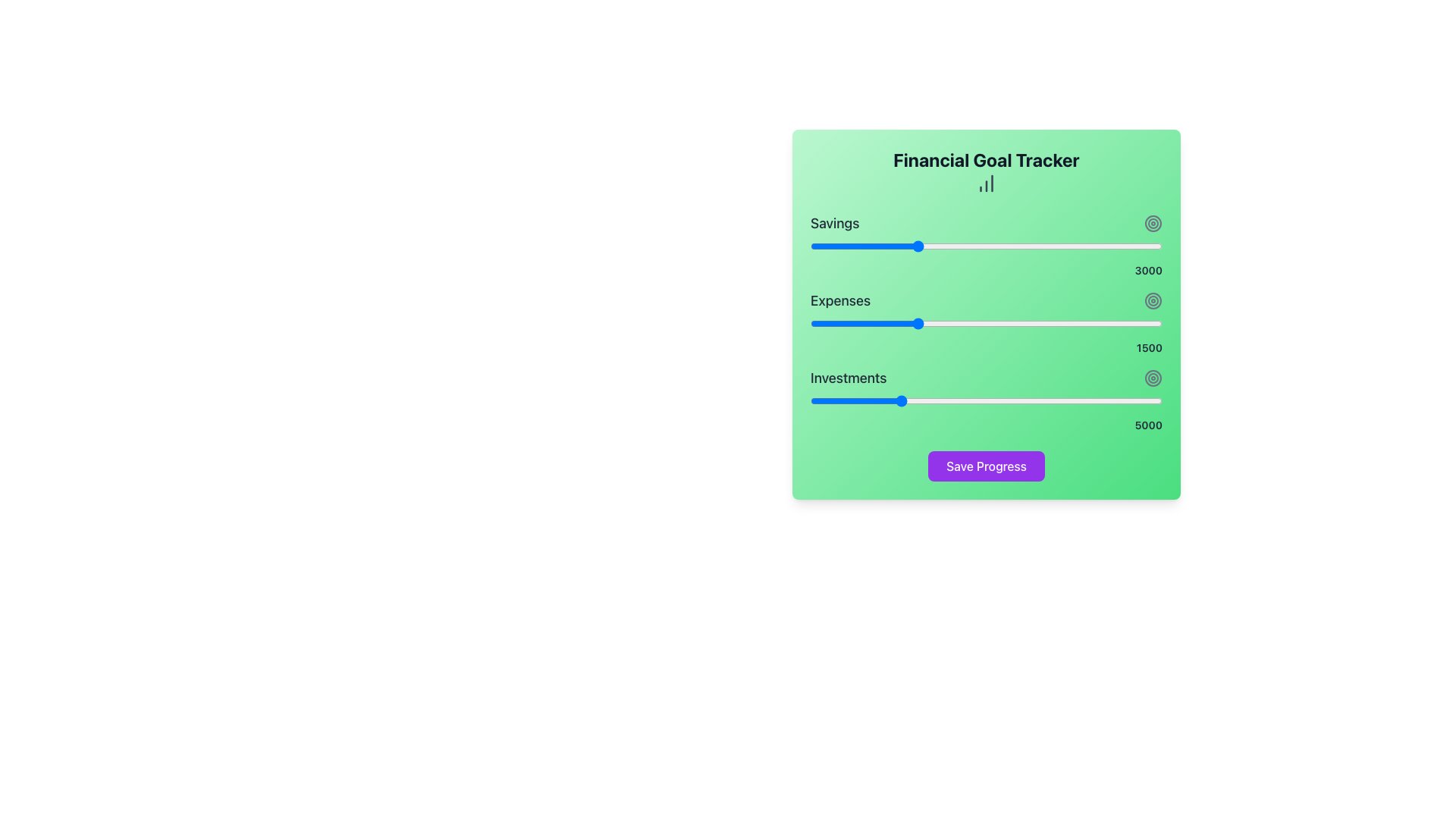 The height and width of the screenshot is (819, 1456). I want to click on the middle SVG Circle, which is a circular shape with a radius of 6 units, located centrally within a widget's graphical hover icon area, so click(1153, 377).